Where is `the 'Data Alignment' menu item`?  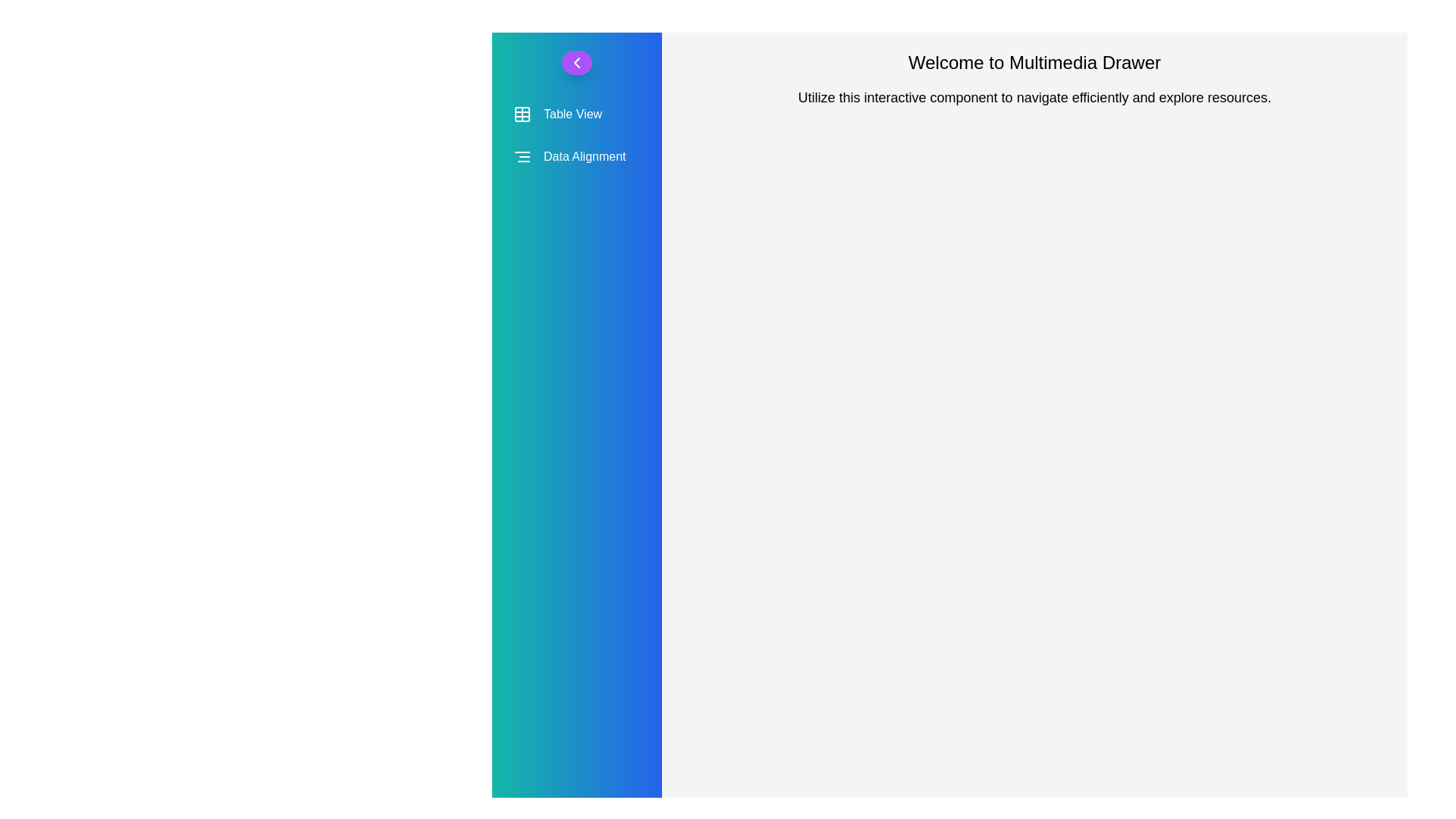
the 'Data Alignment' menu item is located at coordinates (576, 157).